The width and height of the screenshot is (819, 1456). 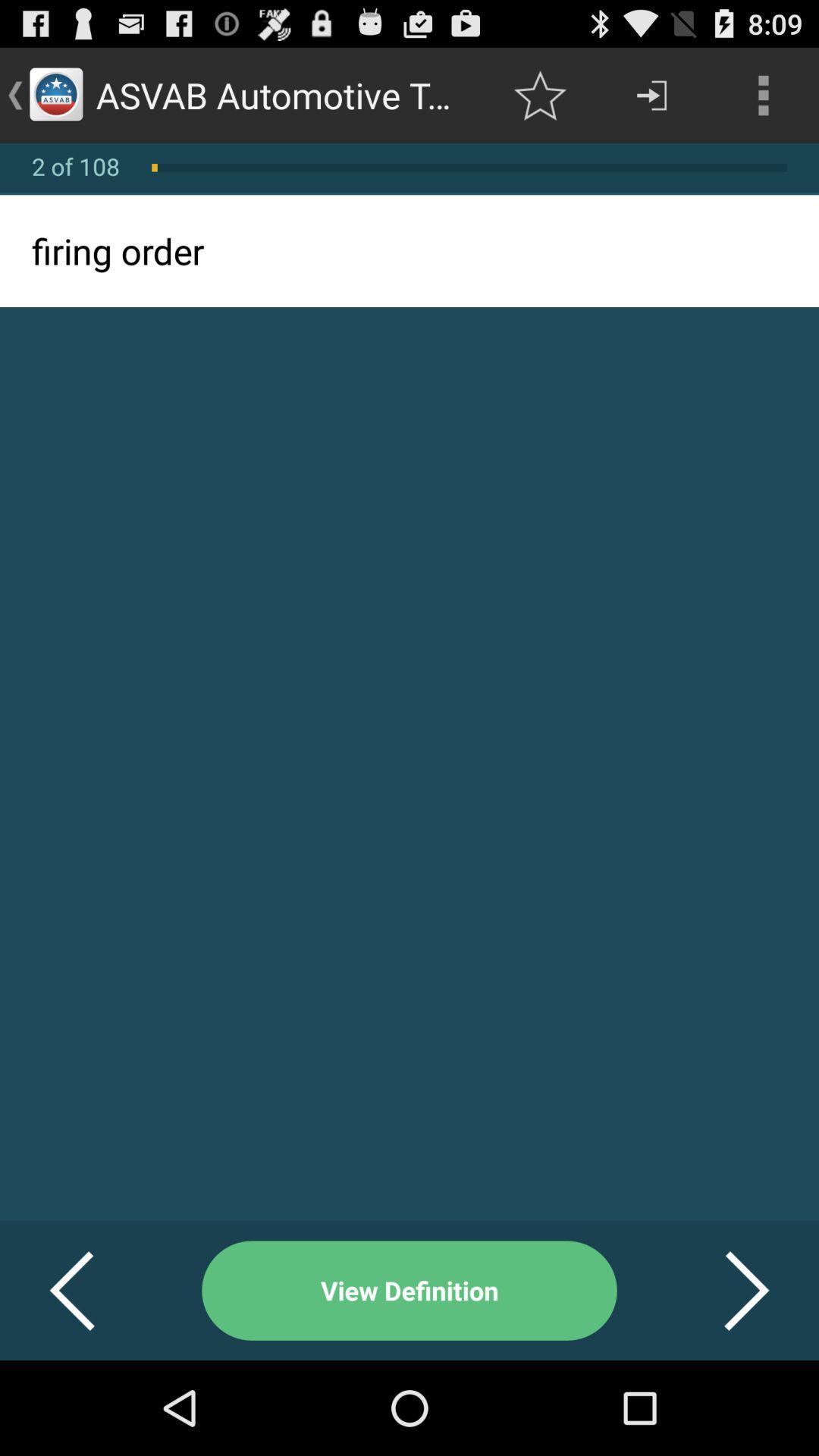 What do you see at coordinates (539, 94) in the screenshot?
I see `app to the right of asvab automotive terminologies` at bounding box center [539, 94].